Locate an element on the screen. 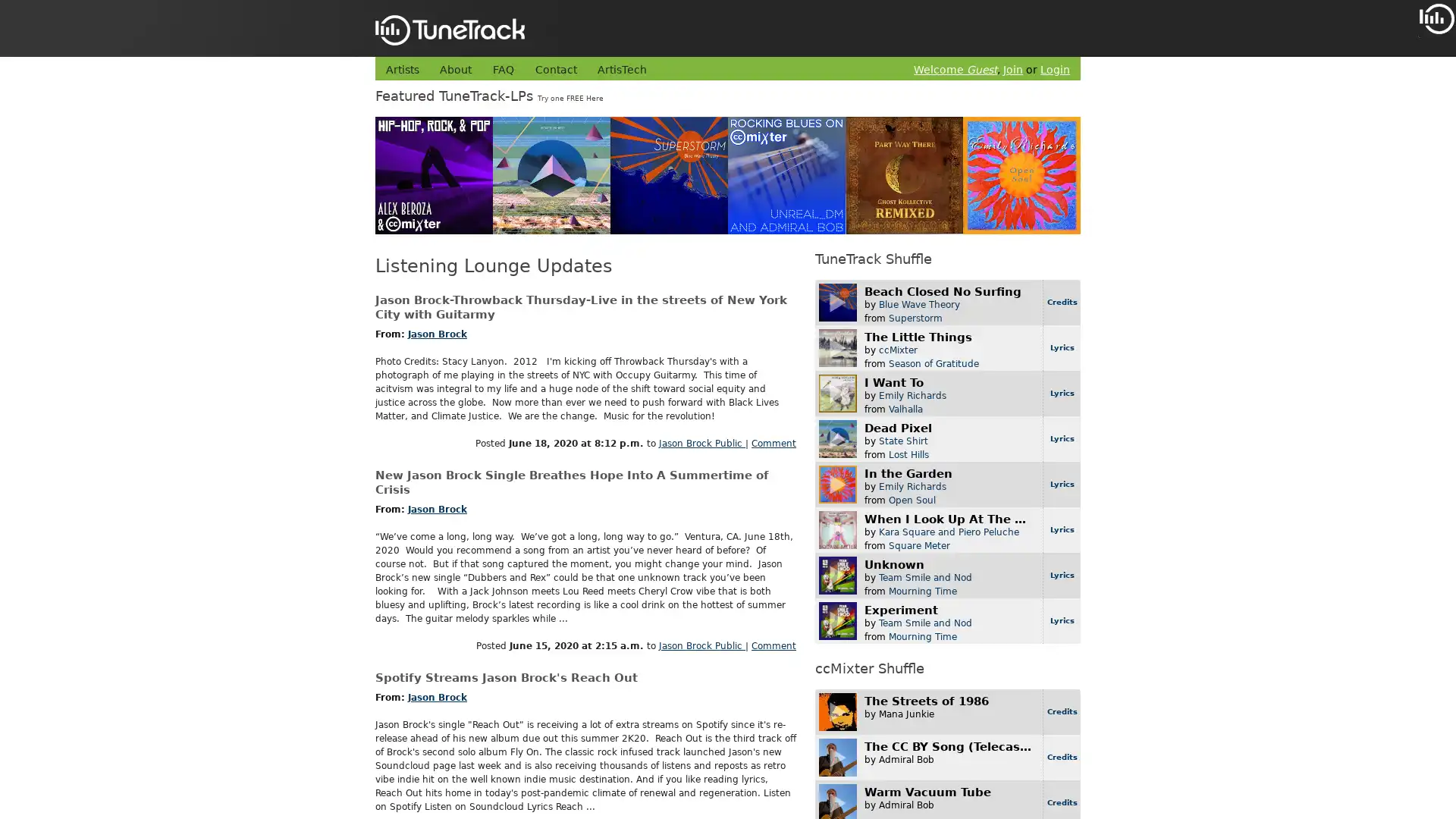 This screenshot has width=1456, height=819. Previous is located at coordinates (1430, 90).